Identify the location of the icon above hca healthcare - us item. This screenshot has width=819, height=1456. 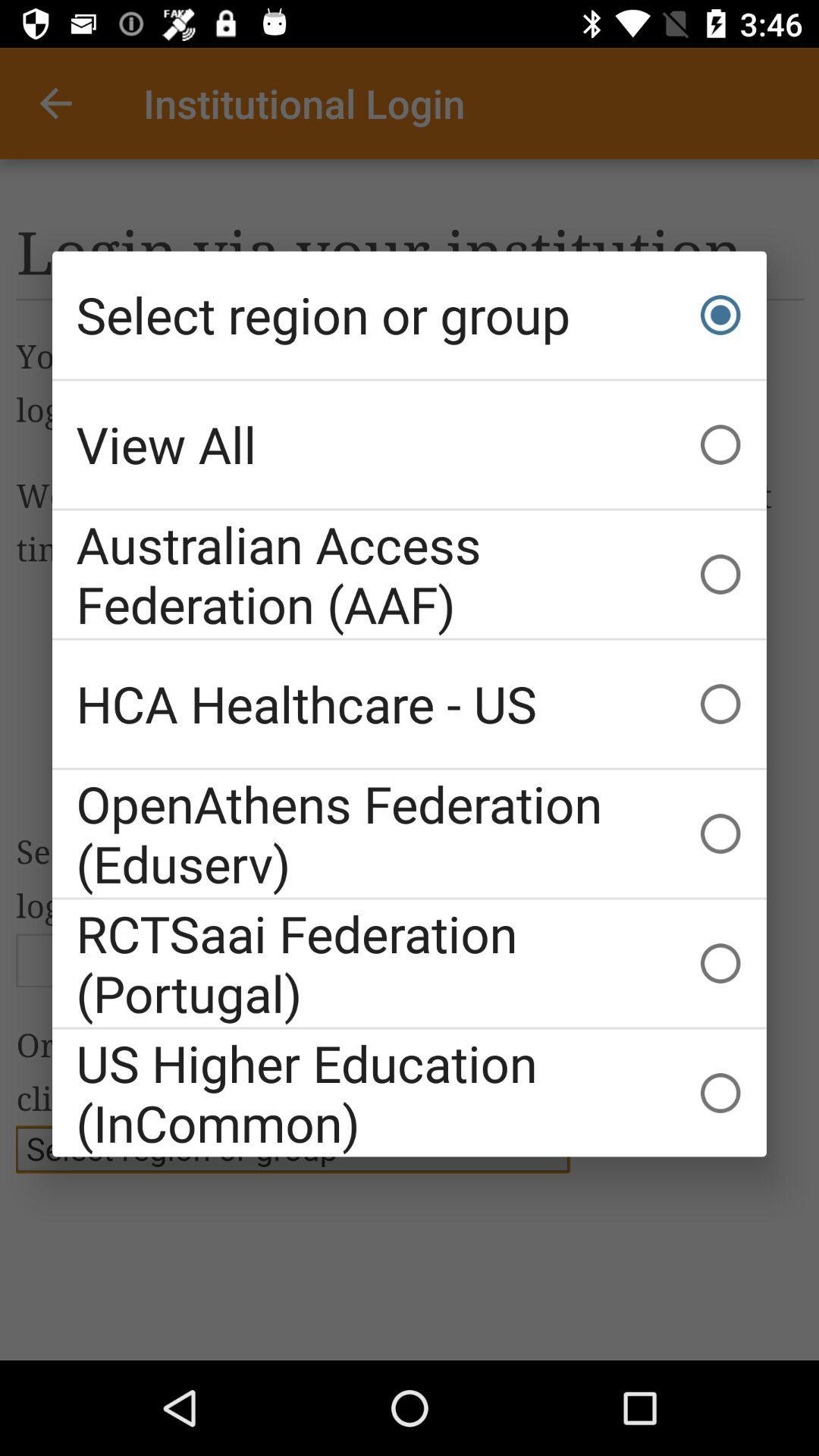
(409, 573).